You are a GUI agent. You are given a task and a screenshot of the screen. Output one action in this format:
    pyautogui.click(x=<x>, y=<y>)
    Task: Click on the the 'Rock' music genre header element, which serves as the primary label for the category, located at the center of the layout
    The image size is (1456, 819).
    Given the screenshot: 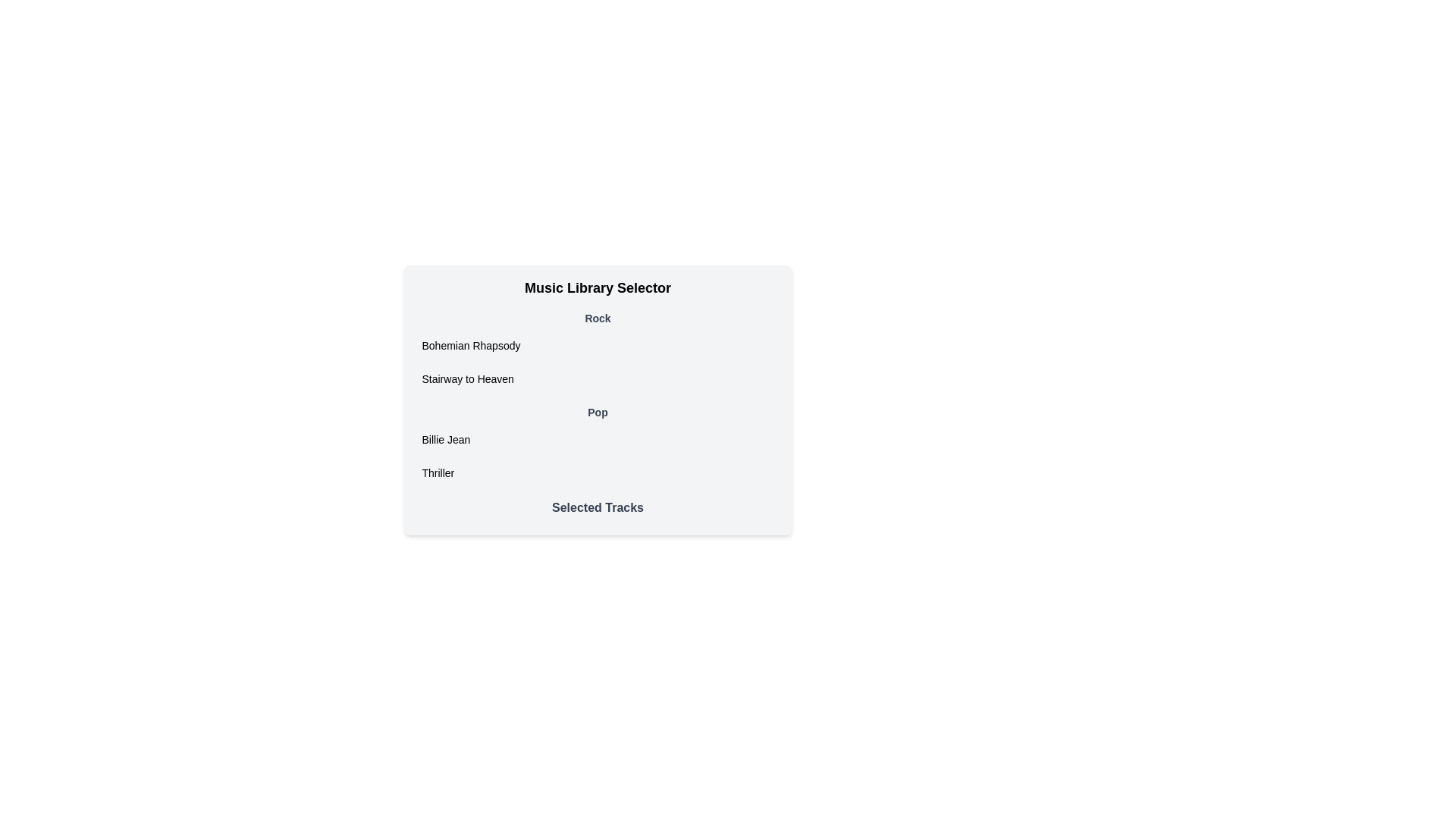 What is the action you would take?
    pyautogui.click(x=597, y=318)
    